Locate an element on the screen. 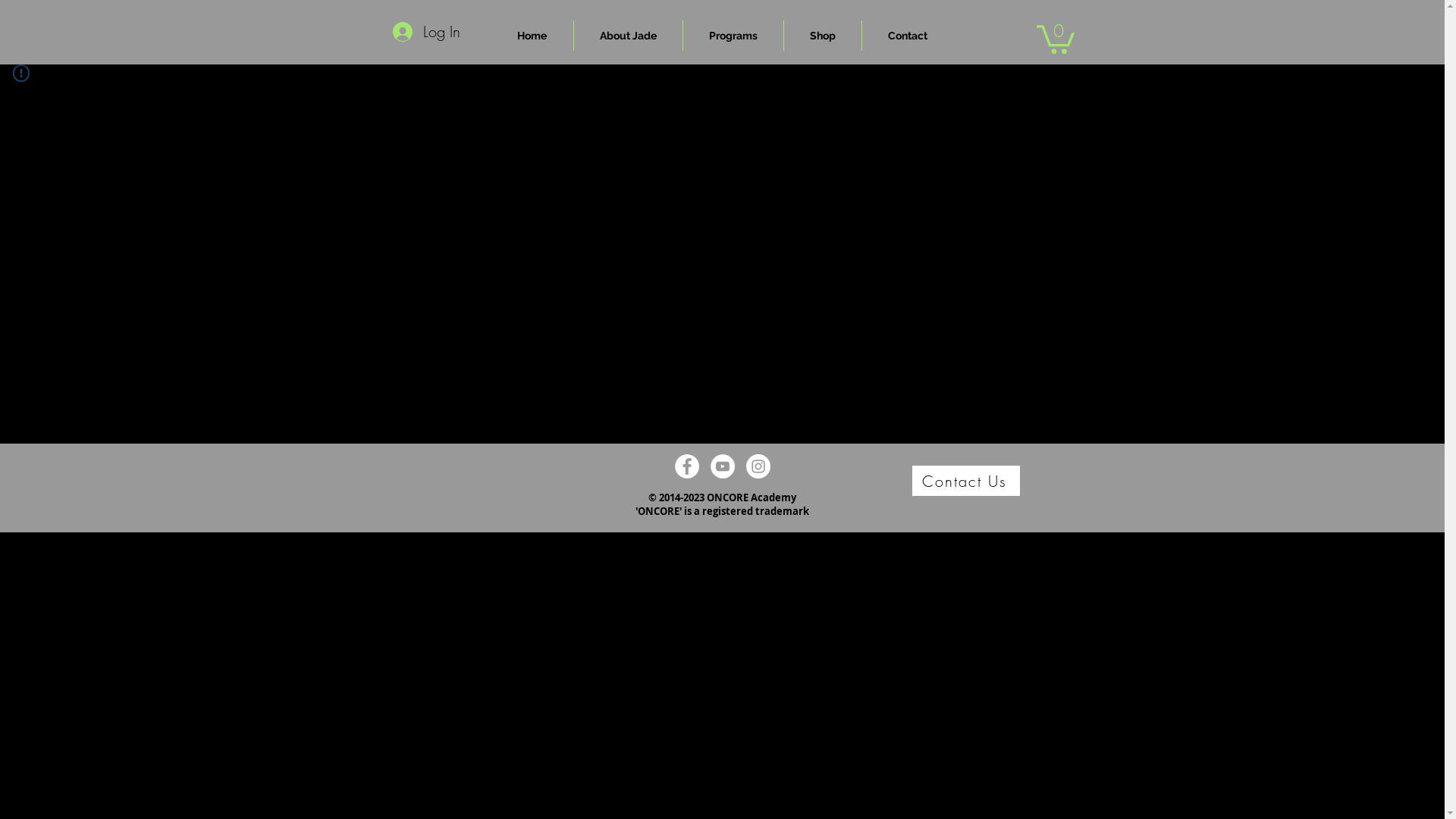 The height and width of the screenshot is (819, 1456). 'About Jade' is located at coordinates (627, 34).